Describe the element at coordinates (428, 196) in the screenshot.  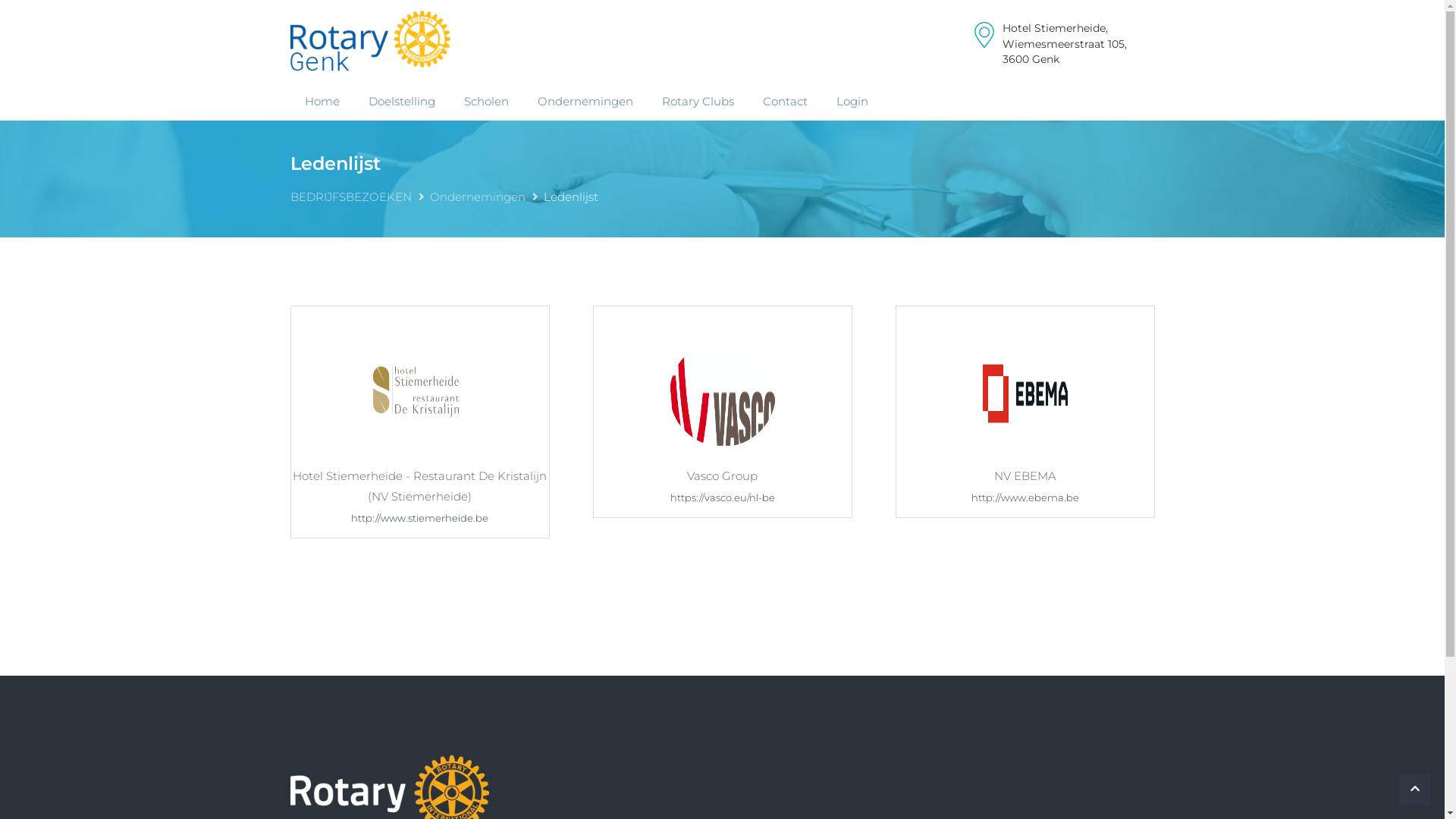
I see `'Ondernemingen'` at that location.